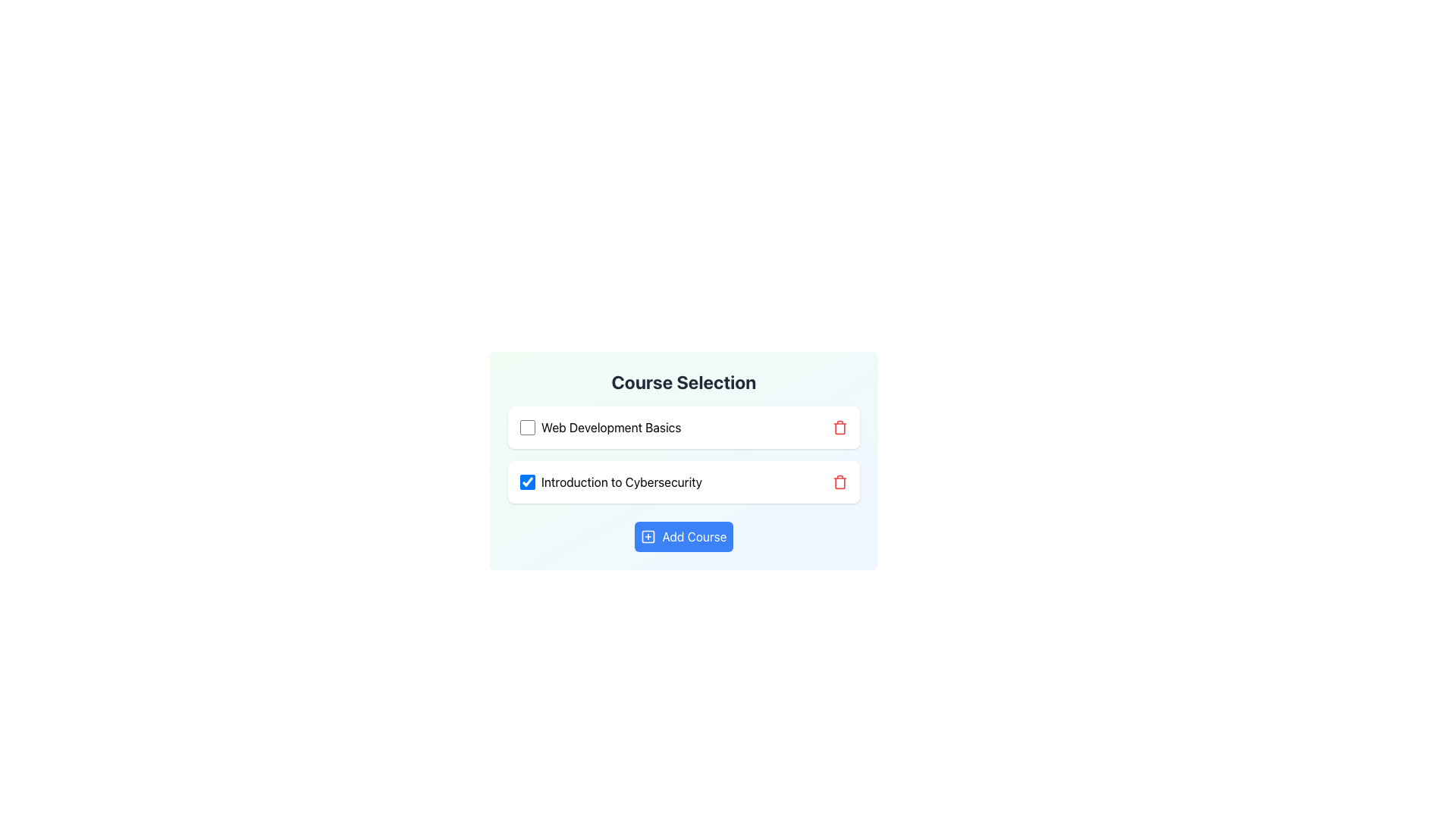  What do you see at coordinates (528, 427) in the screenshot?
I see `the checkbox for 'Web Development Basics' to select or deselect the course` at bounding box center [528, 427].